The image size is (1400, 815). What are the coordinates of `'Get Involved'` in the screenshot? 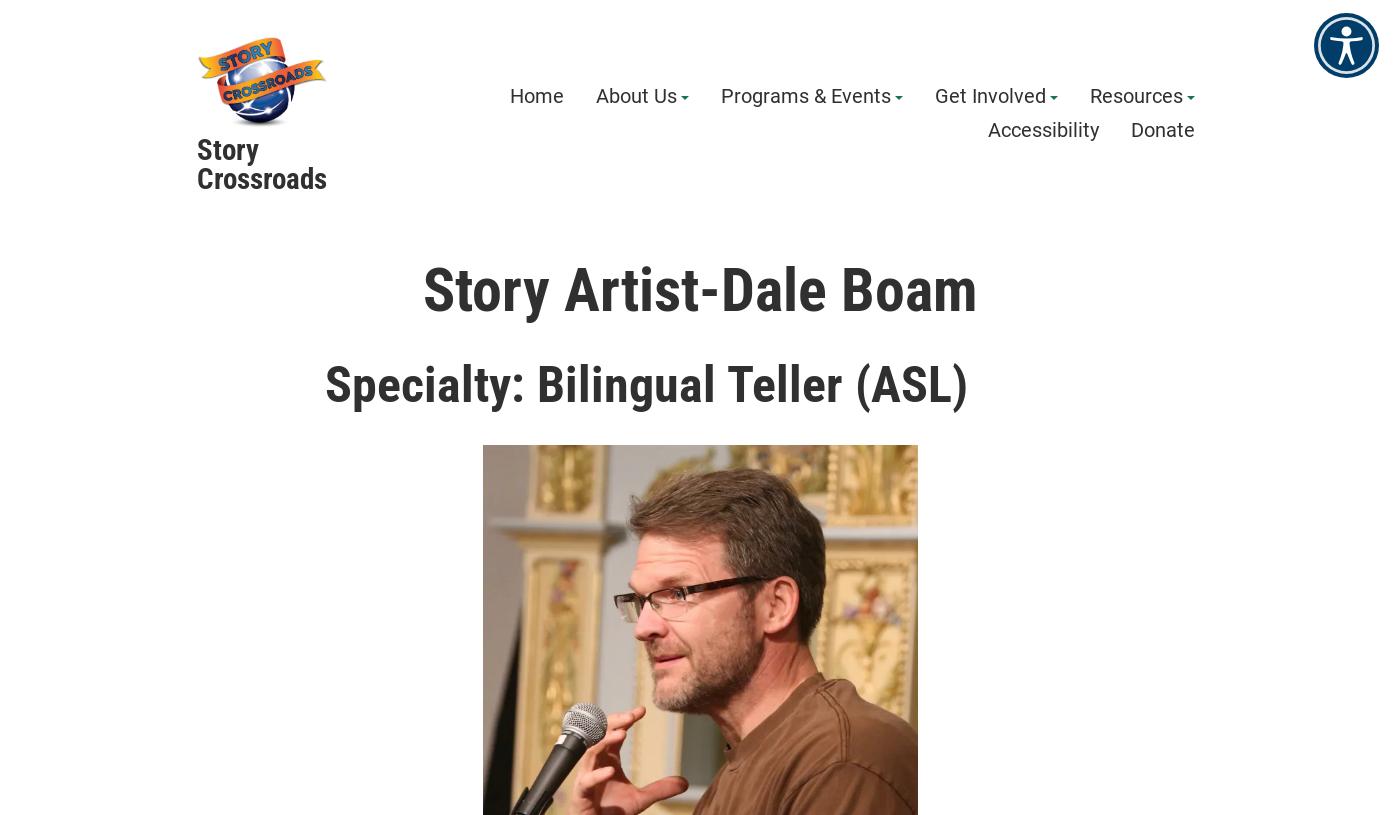 It's located at (934, 95).